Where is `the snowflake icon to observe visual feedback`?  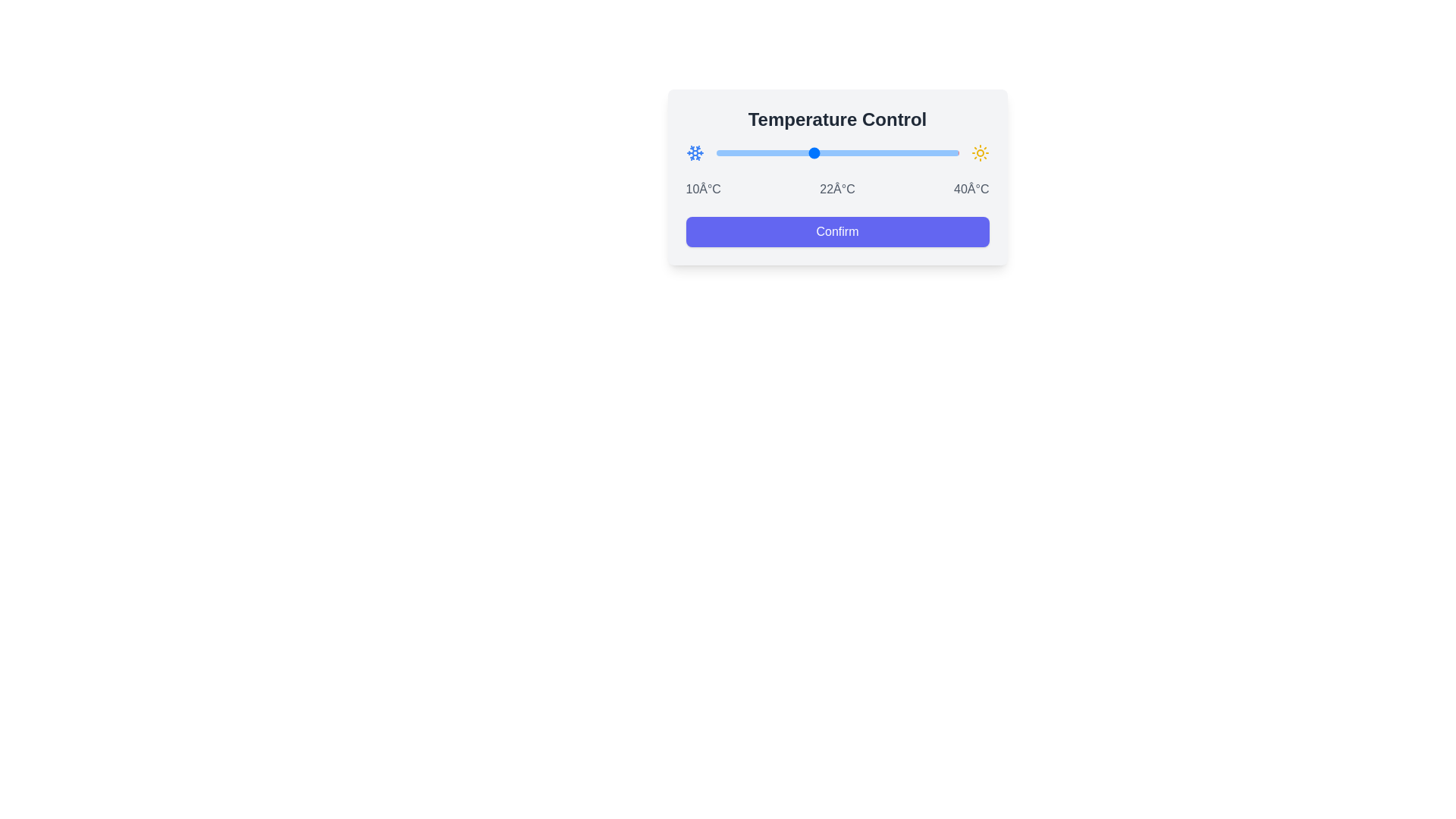
the snowflake icon to observe visual feedback is located at coordinates (694, 152).